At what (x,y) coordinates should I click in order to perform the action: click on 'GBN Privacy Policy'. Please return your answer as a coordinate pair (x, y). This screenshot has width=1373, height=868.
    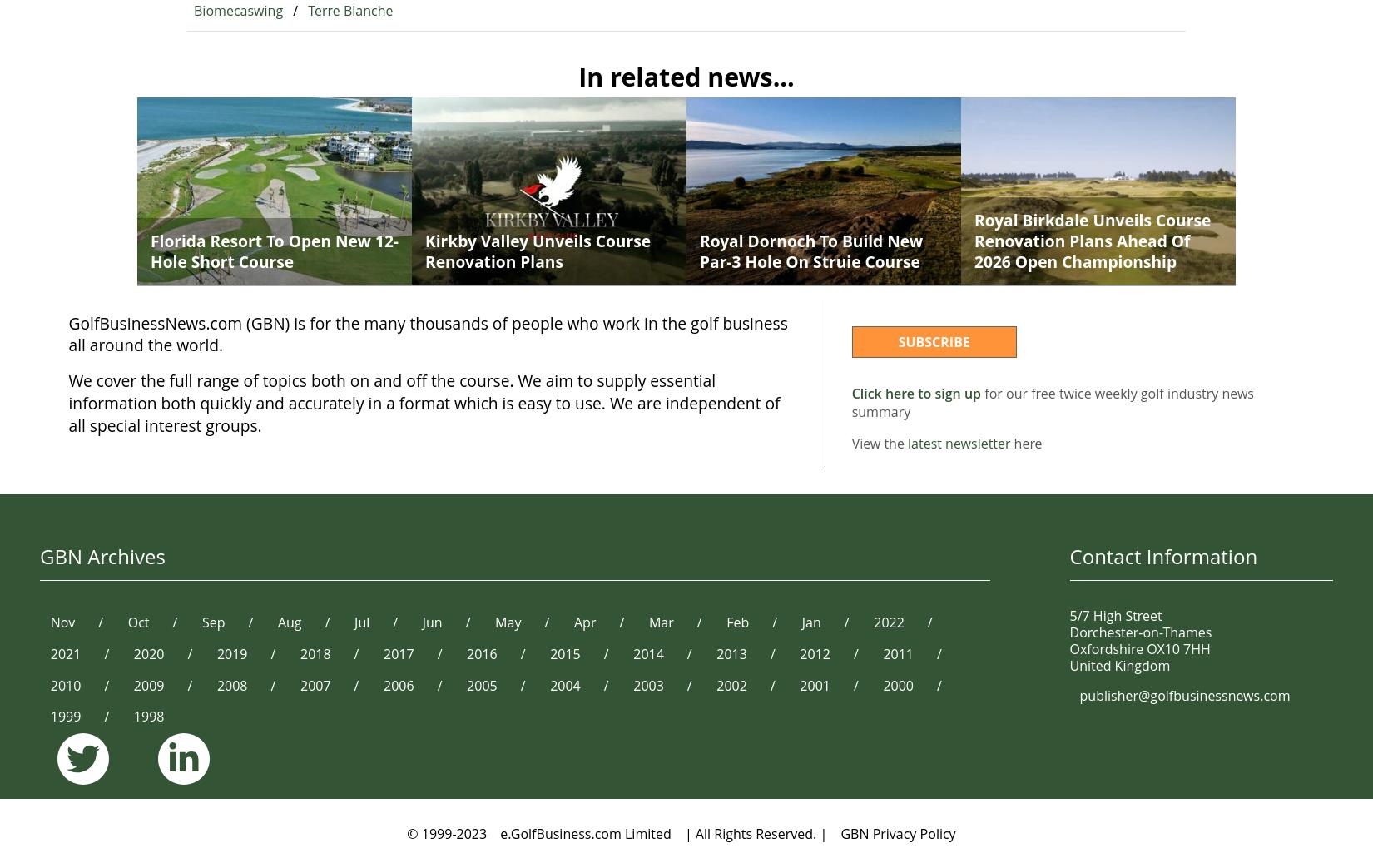
    Looking at the image, I should click on (897, 834).